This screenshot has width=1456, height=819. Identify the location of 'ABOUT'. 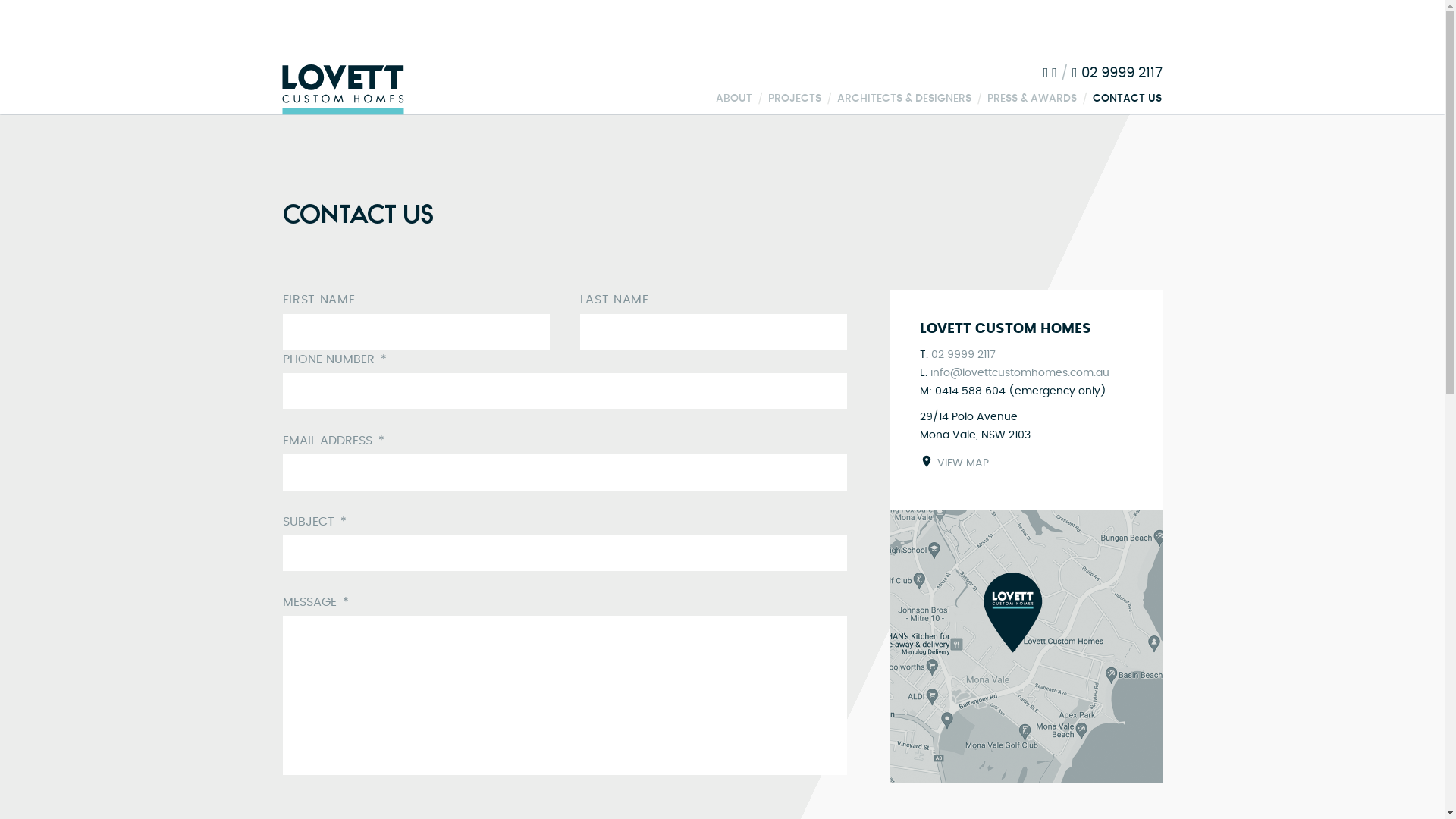
(734, 98).